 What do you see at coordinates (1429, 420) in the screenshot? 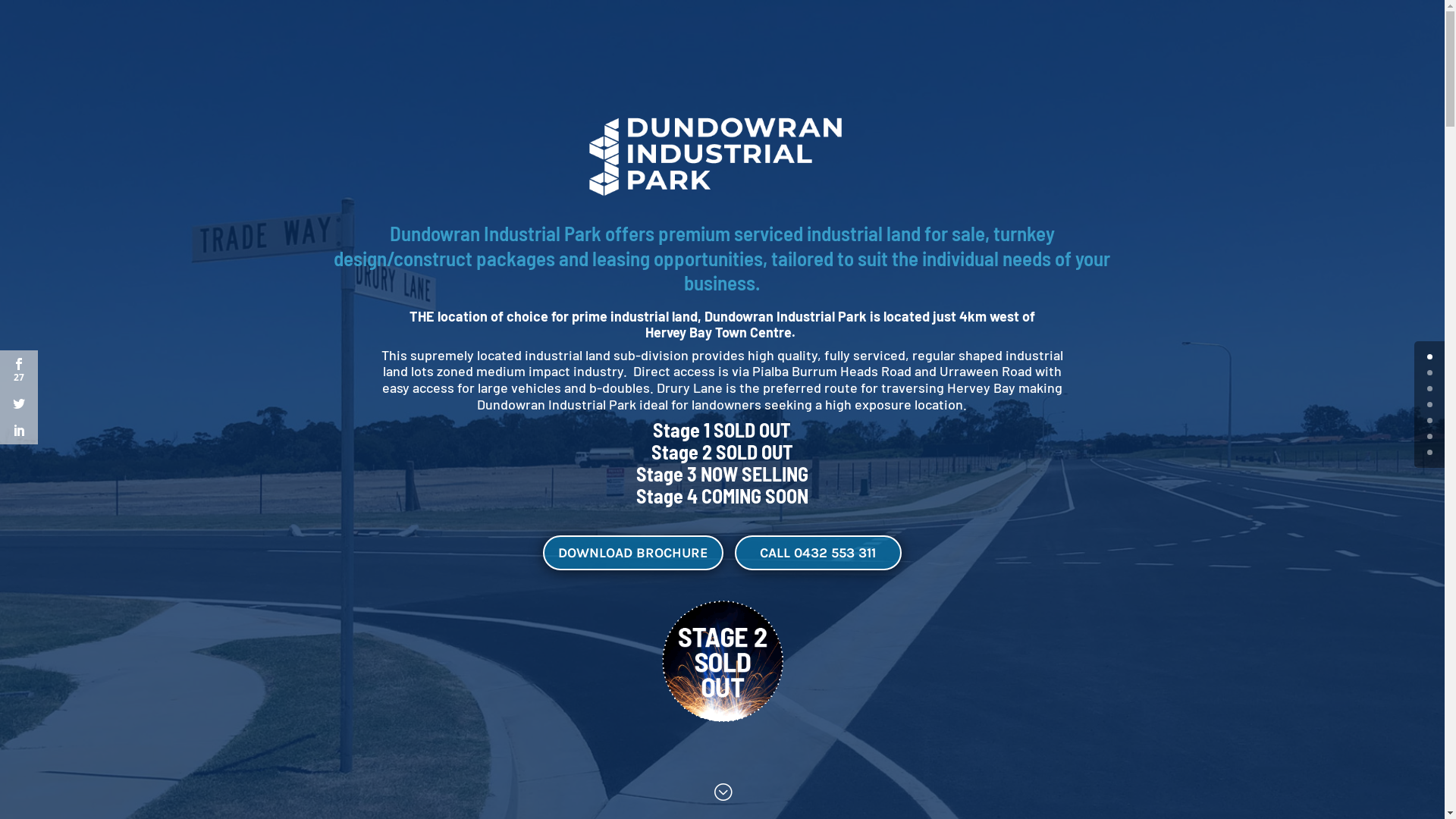
I see `'4'` at bounding box center [1429, 420].